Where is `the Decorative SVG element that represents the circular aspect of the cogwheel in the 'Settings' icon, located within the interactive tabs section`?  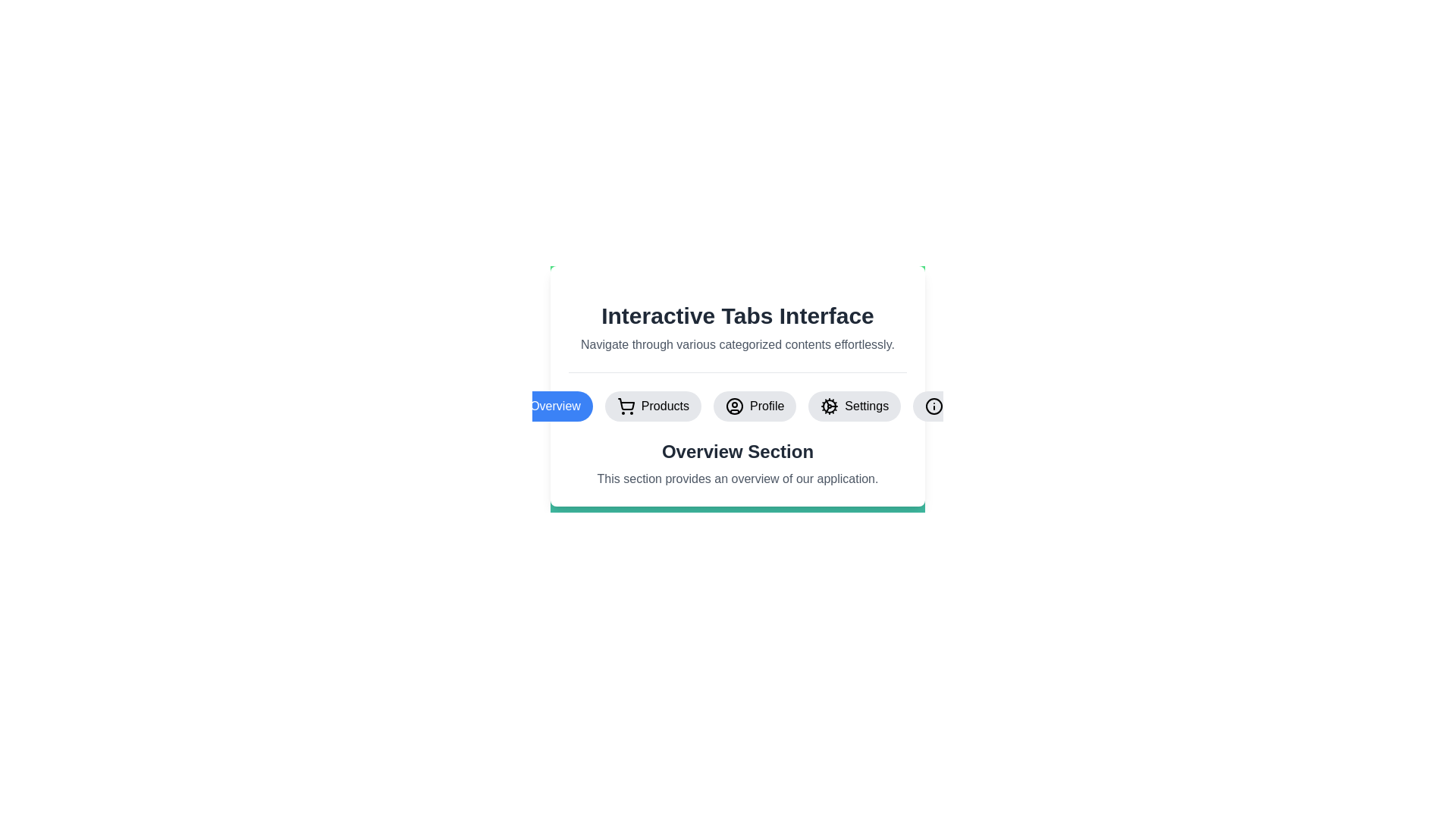 the Decorative SVG element that represents the circular aspect of the cogwheel in the 'Settings' icon, located within the interactive tabs section is located at coordinates (829, 406).